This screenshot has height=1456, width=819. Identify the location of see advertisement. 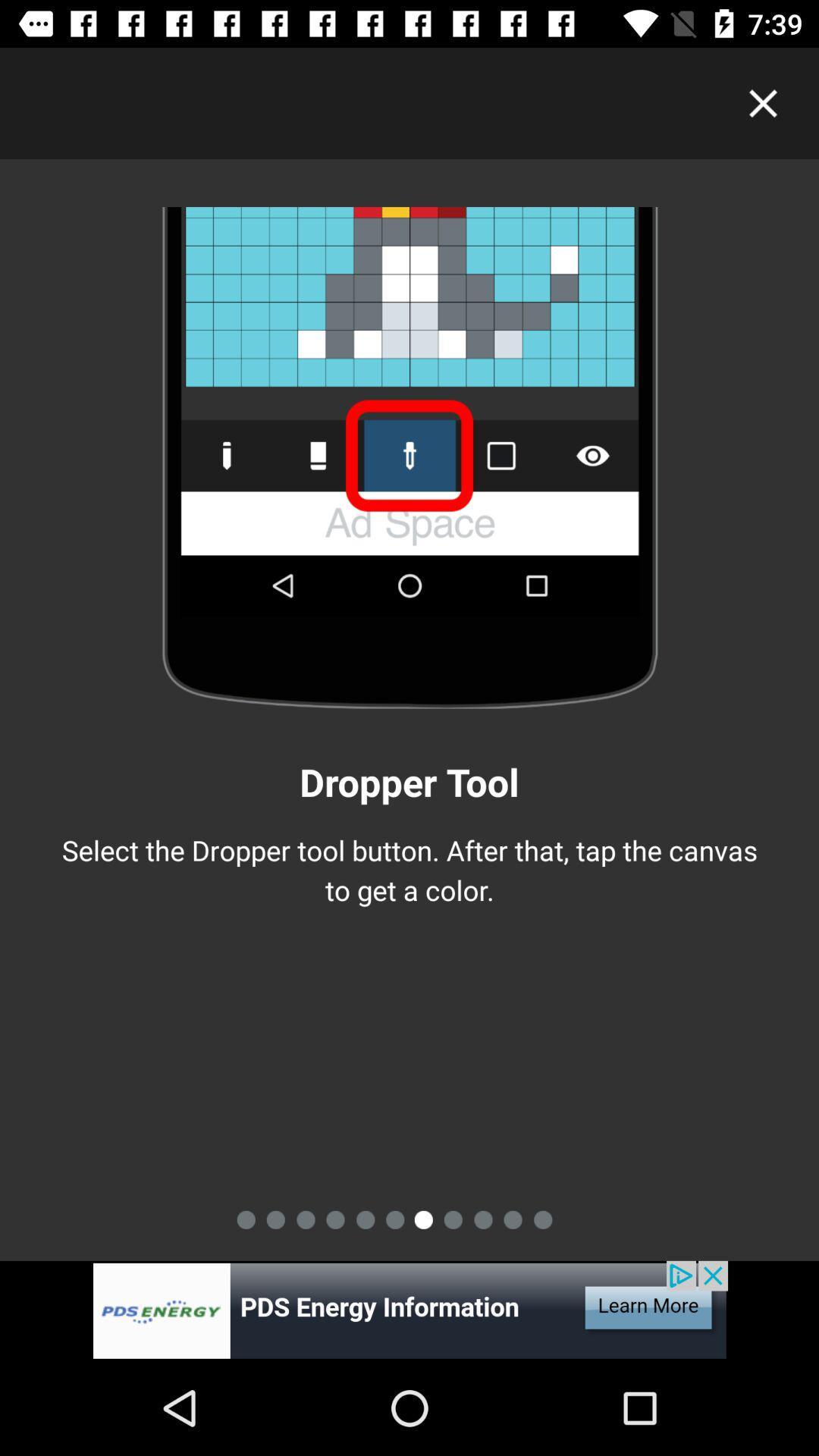
(409, 1310).